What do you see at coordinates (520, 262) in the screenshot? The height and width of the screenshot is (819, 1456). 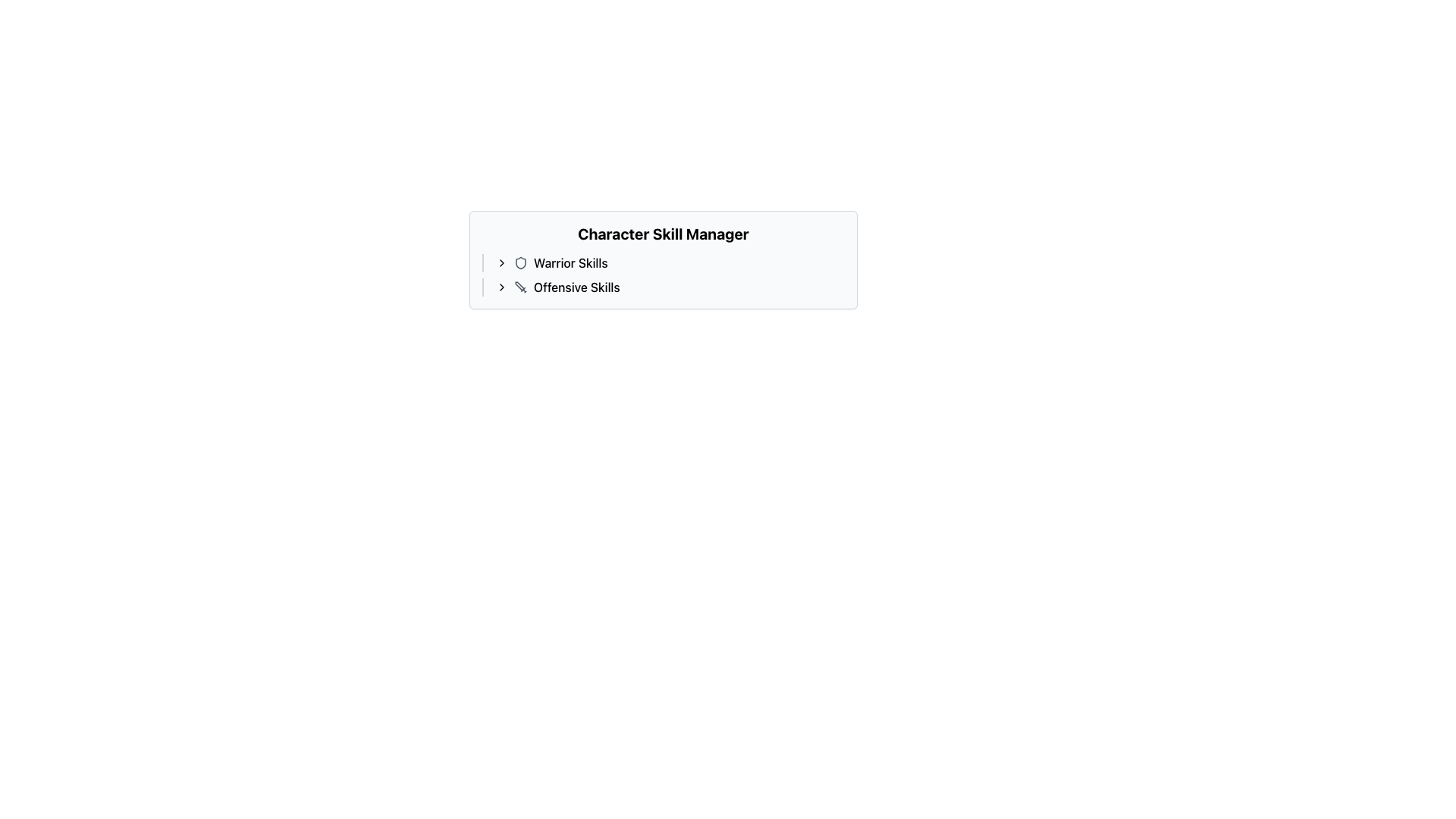 I see `the graphical shield icon representing 'Warrior Skills' in the 'Character Skill Manager' interface, located next to the text 'Warrior Skills'` at bounding box center [520, 262].